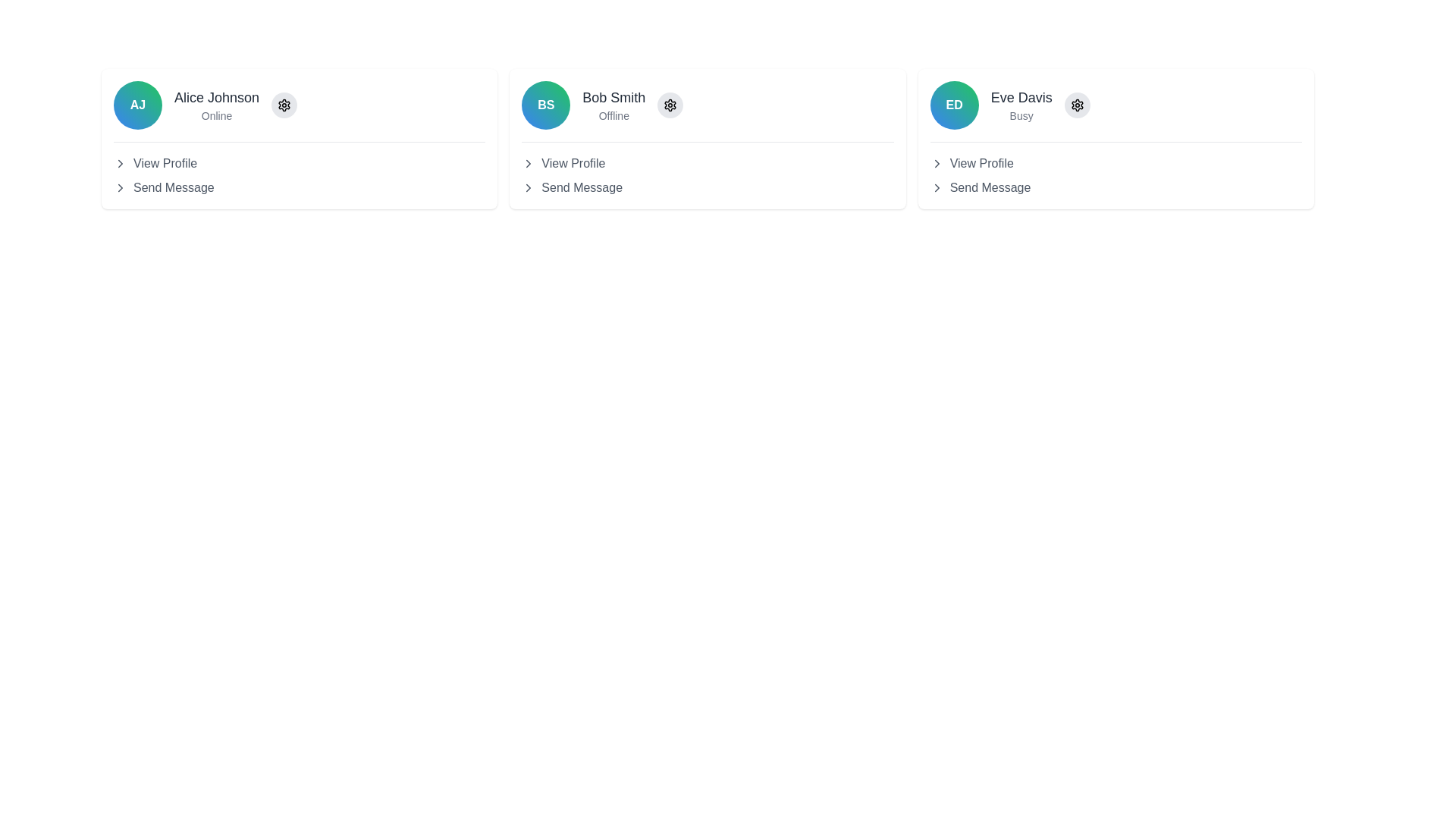 The height and width of the screenshot is (819, 1456). I want to click on the 'View Profile' text link located under the user's name 'Eve Davis' and status 'Busy' in the rightmost user profile card, so click(981, 164).